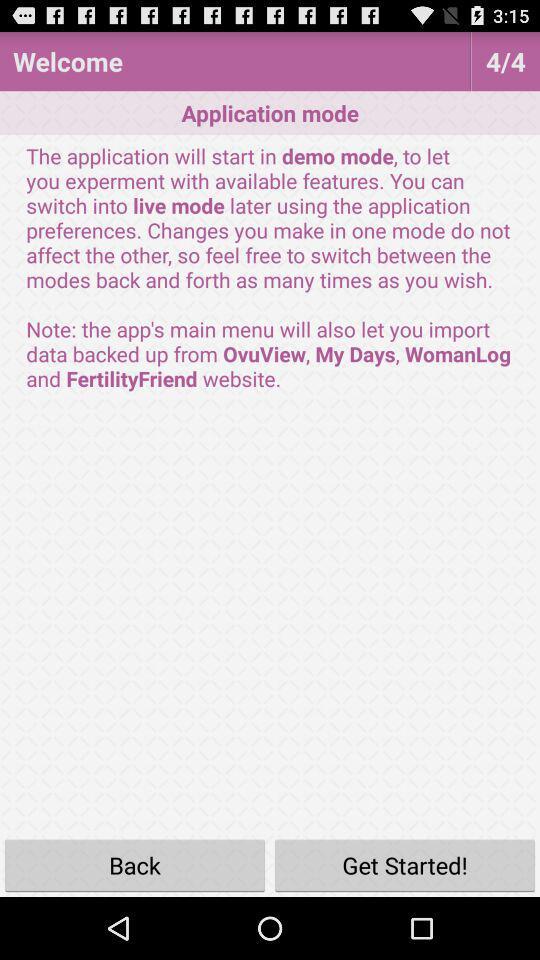  Describe the element at coordinates (135, 864) in the screenshot. I see `icon at the bottom left corner` at that location.